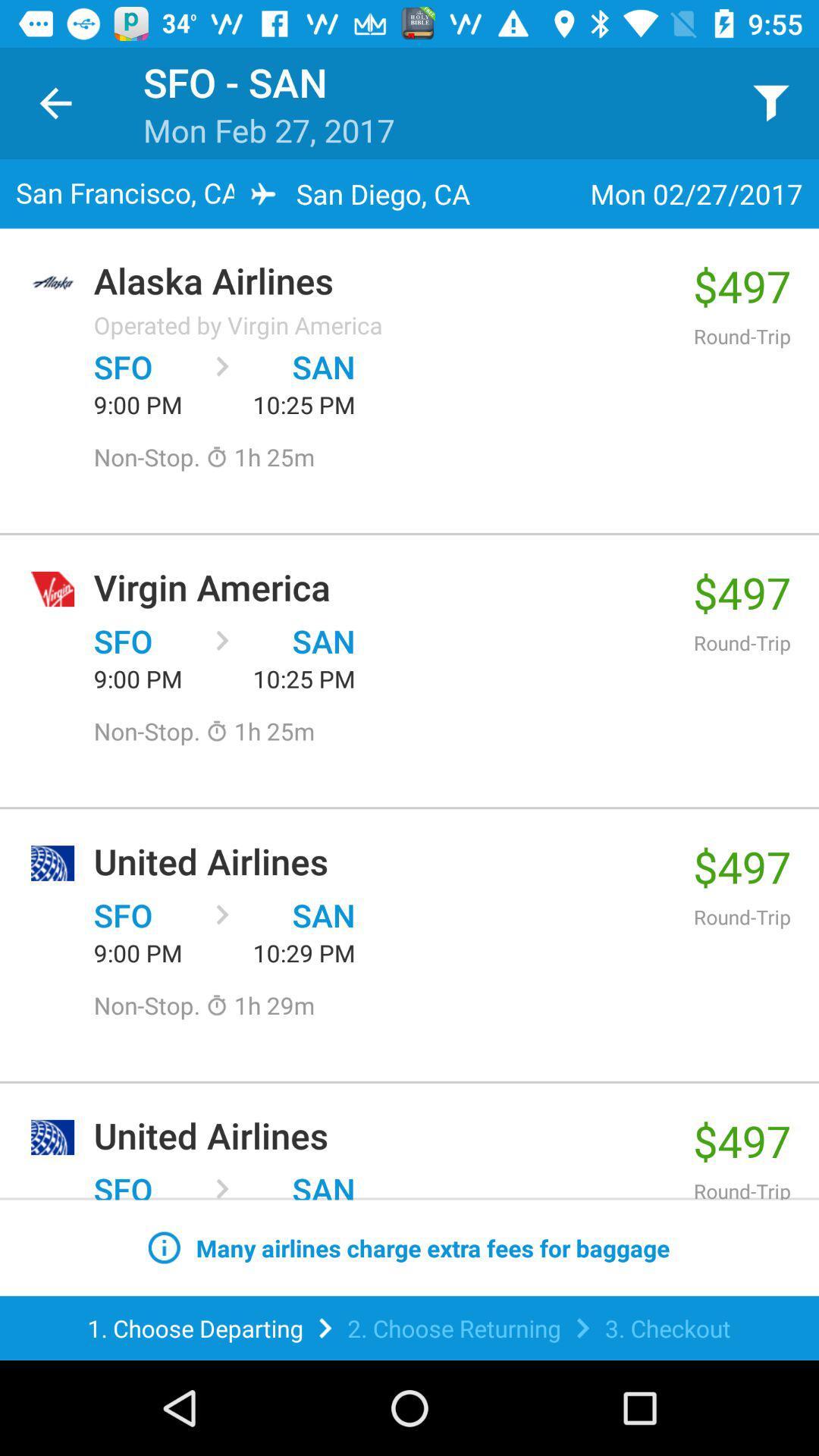 The height and width of the screenshot is (1456, 819). Describe the element at coordinates (384, 281) in the screenshot. I see `the item below san francisco, ca item` at that location.